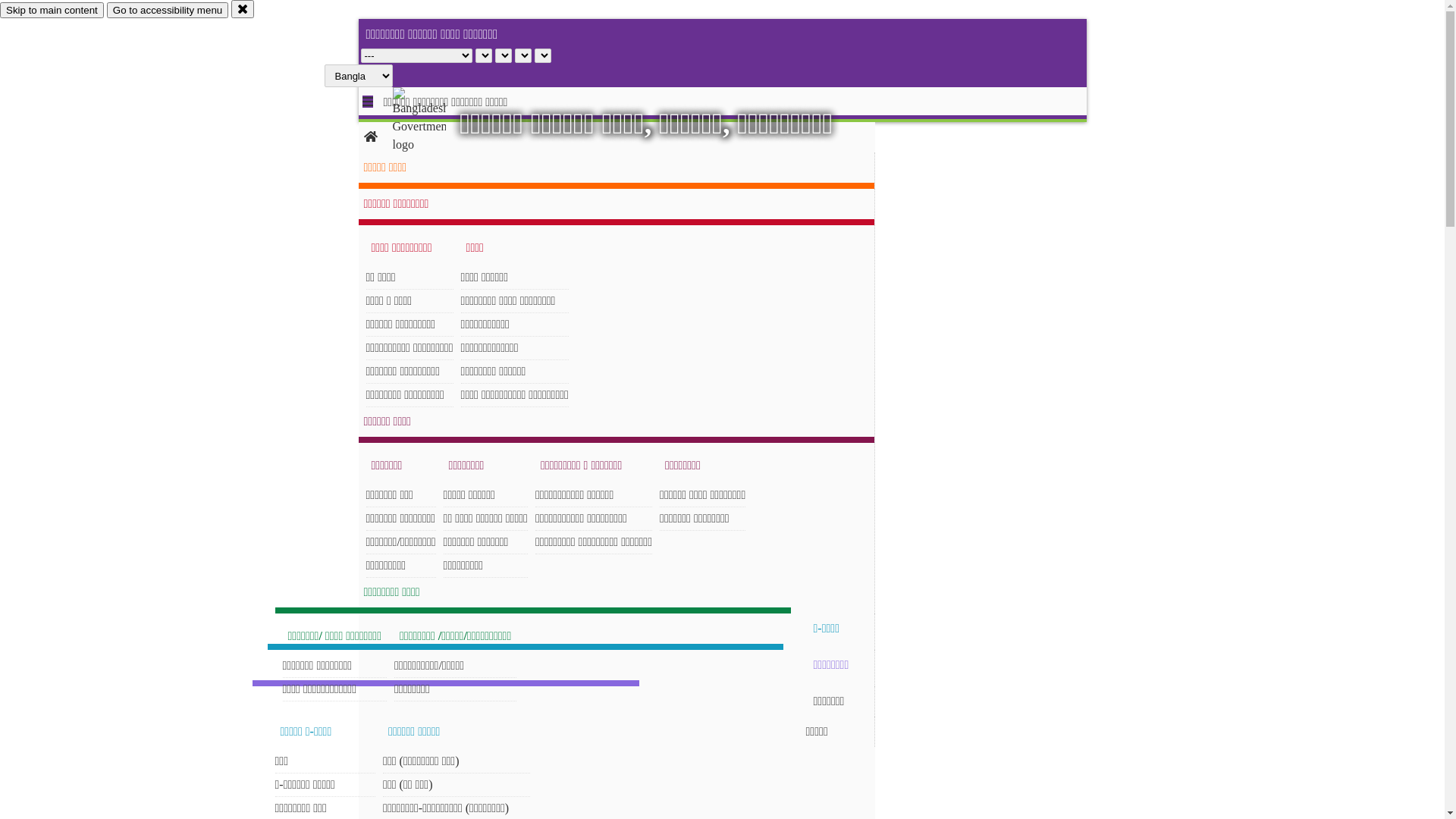 The width and height of the screenshot is (1456, 819). Describe the element at coordinates (52, 10) in the screenshot. I see `'Skip to main content'` at that location.